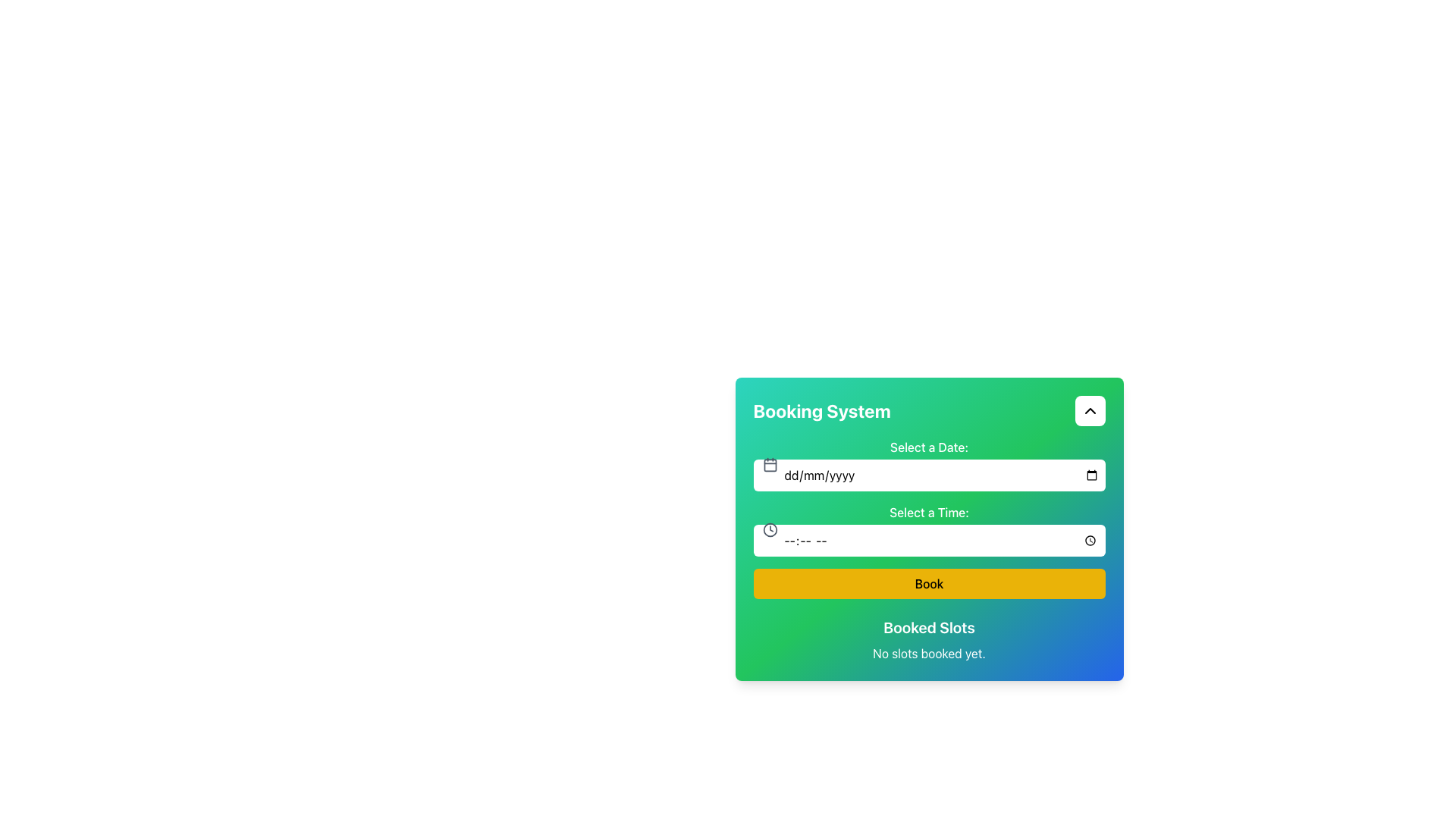  Describe the element at coordinates (928, 464) in the screenshot. I see `the date picker input field located below the 'Booking System' title` at that location.